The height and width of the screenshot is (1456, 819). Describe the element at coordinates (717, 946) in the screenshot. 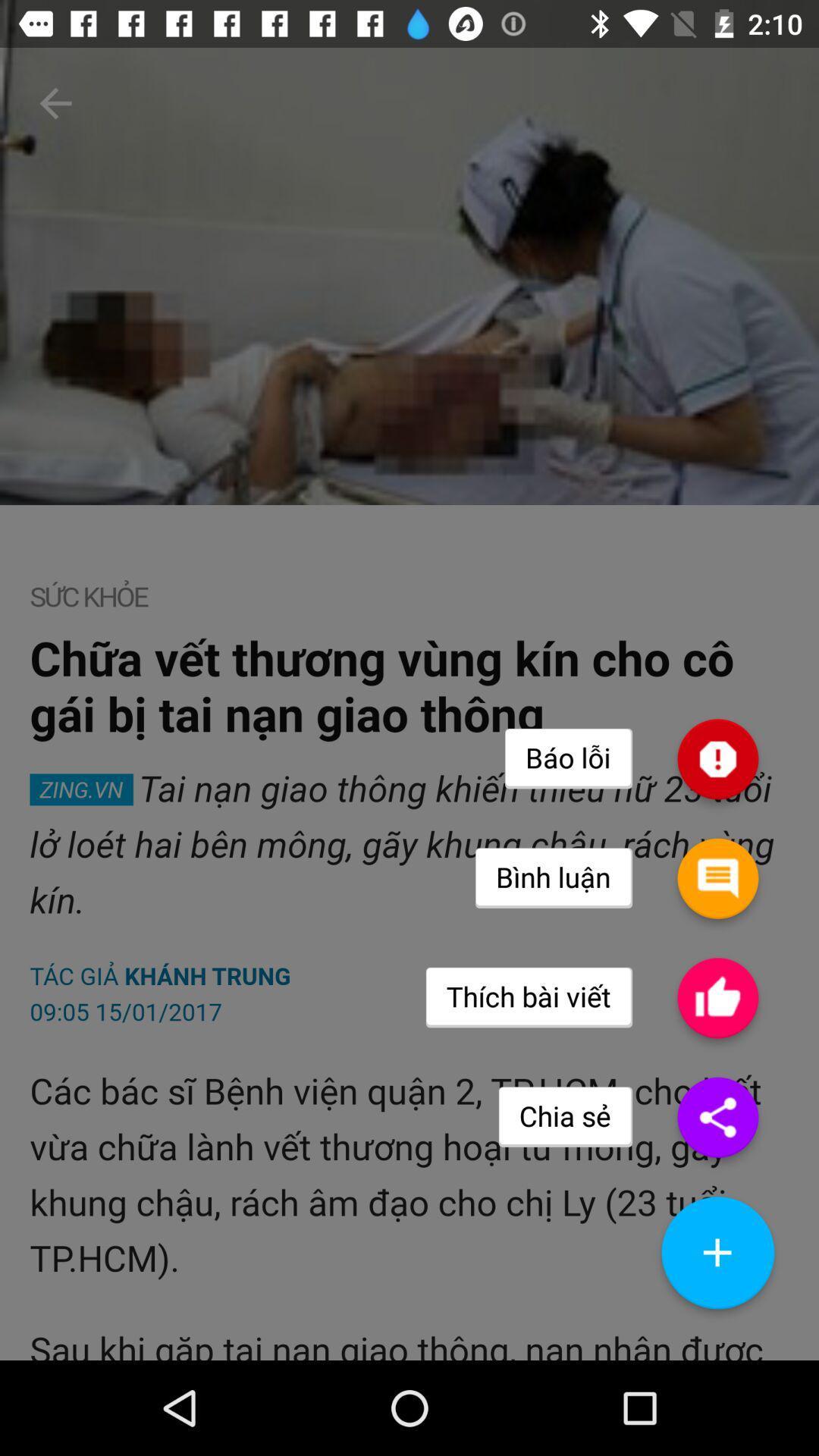

I see `the chat icon` at that location.